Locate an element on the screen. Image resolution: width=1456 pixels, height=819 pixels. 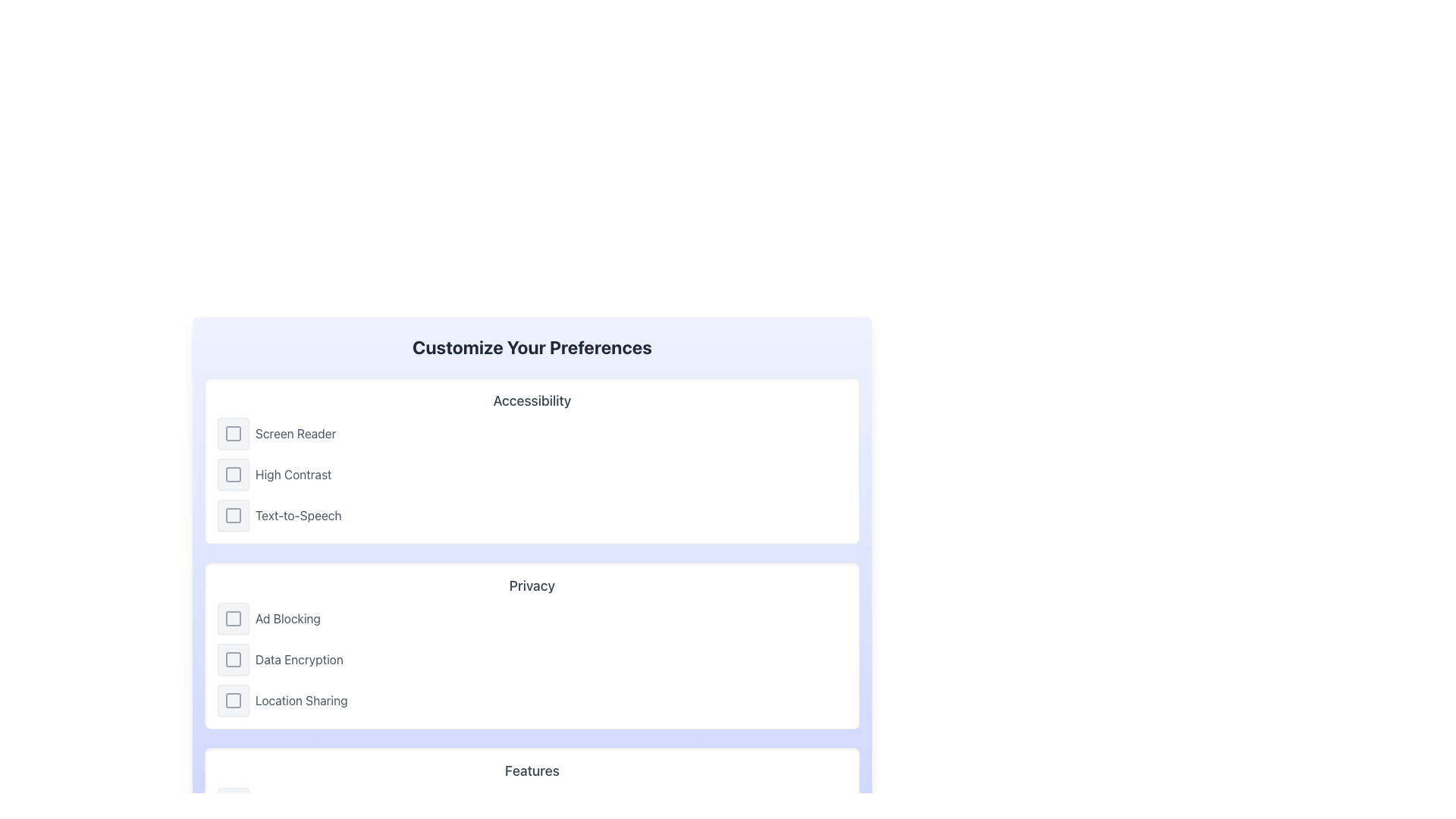
the Checkbox element located to the left of the 'Text-to-Speech' label in the 'Accessibility' section of the preferences customization UI is located at coordinates (232, 514).